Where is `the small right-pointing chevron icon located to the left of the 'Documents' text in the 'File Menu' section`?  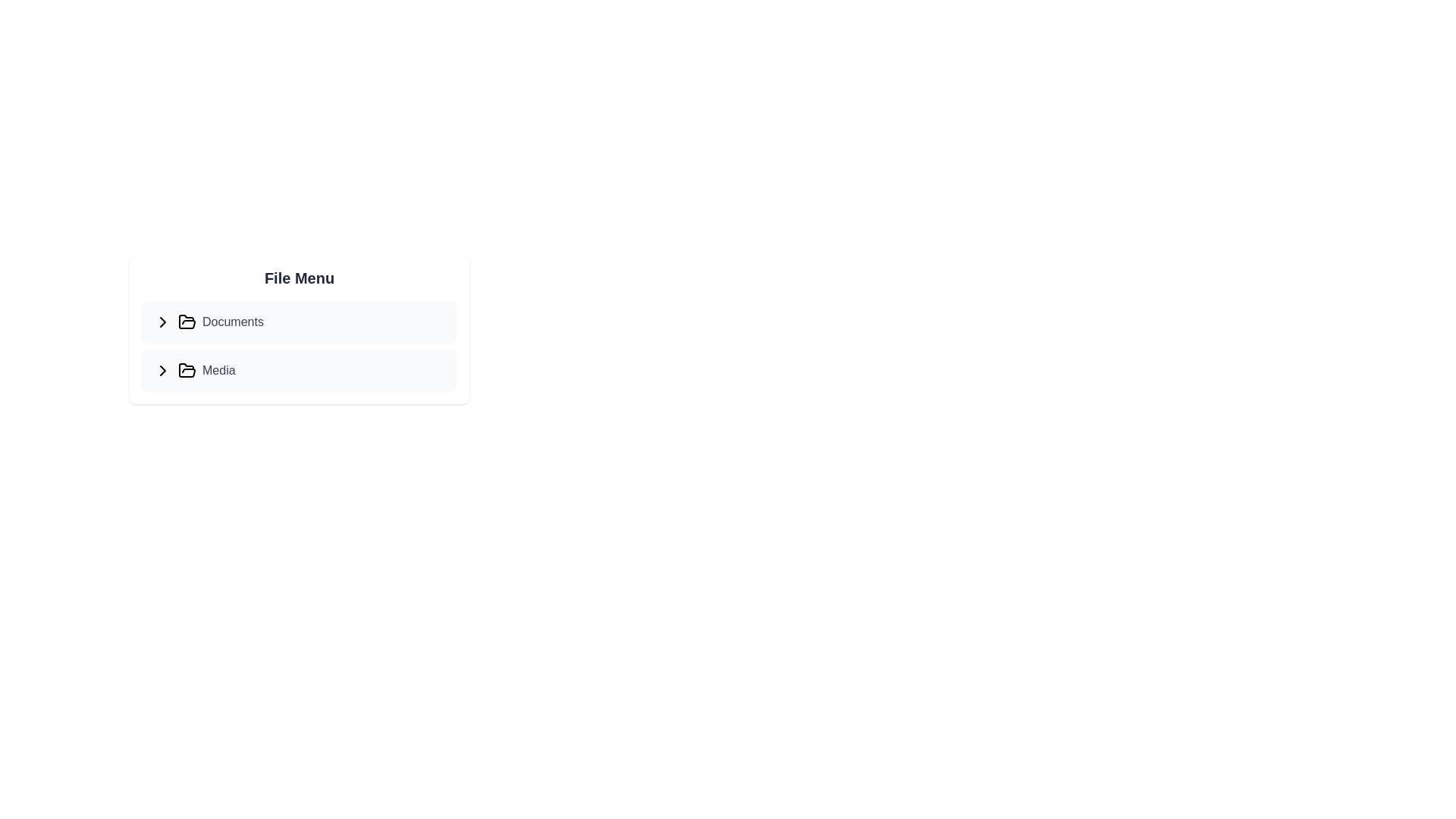
the small right-pointing chevron icon located to the left of the 'Documents' text in the 'File Menu' section is located at coordinates (163, 321).